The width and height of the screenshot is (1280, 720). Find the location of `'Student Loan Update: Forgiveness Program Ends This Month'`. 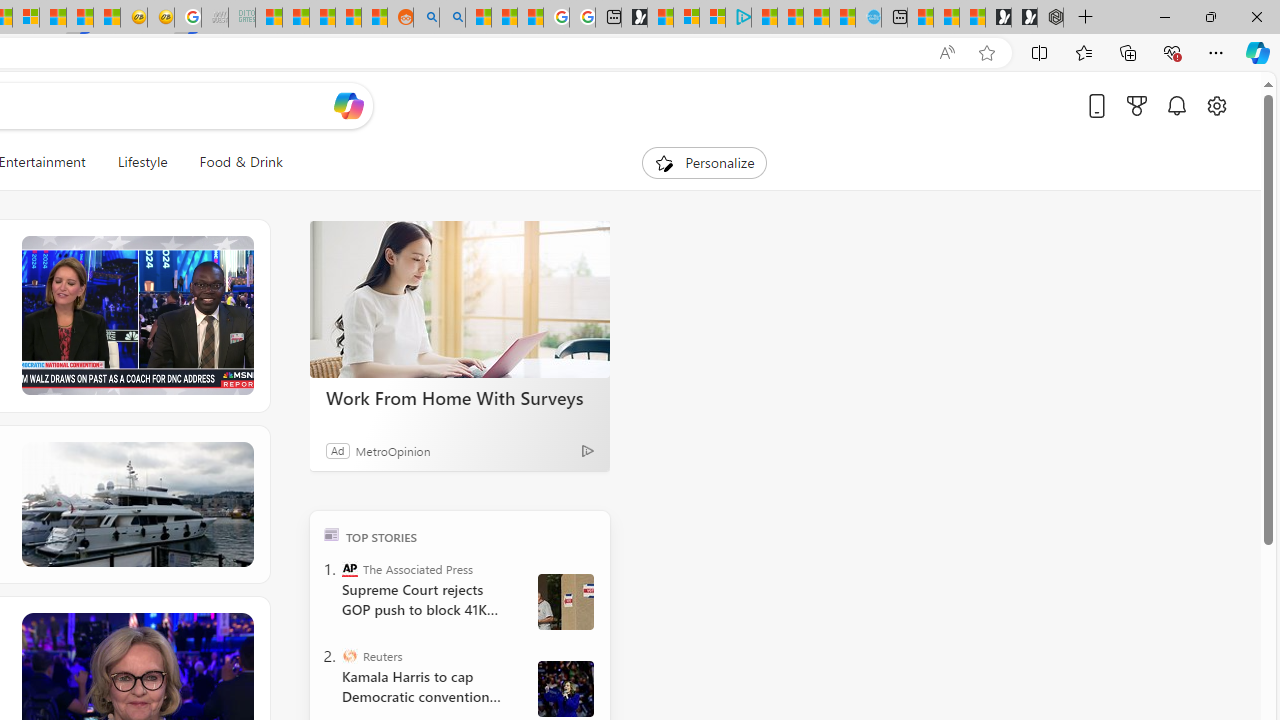

'Student Loan Update: Forgiveness Program Ends This Month' is located at coordinates (348, 17).